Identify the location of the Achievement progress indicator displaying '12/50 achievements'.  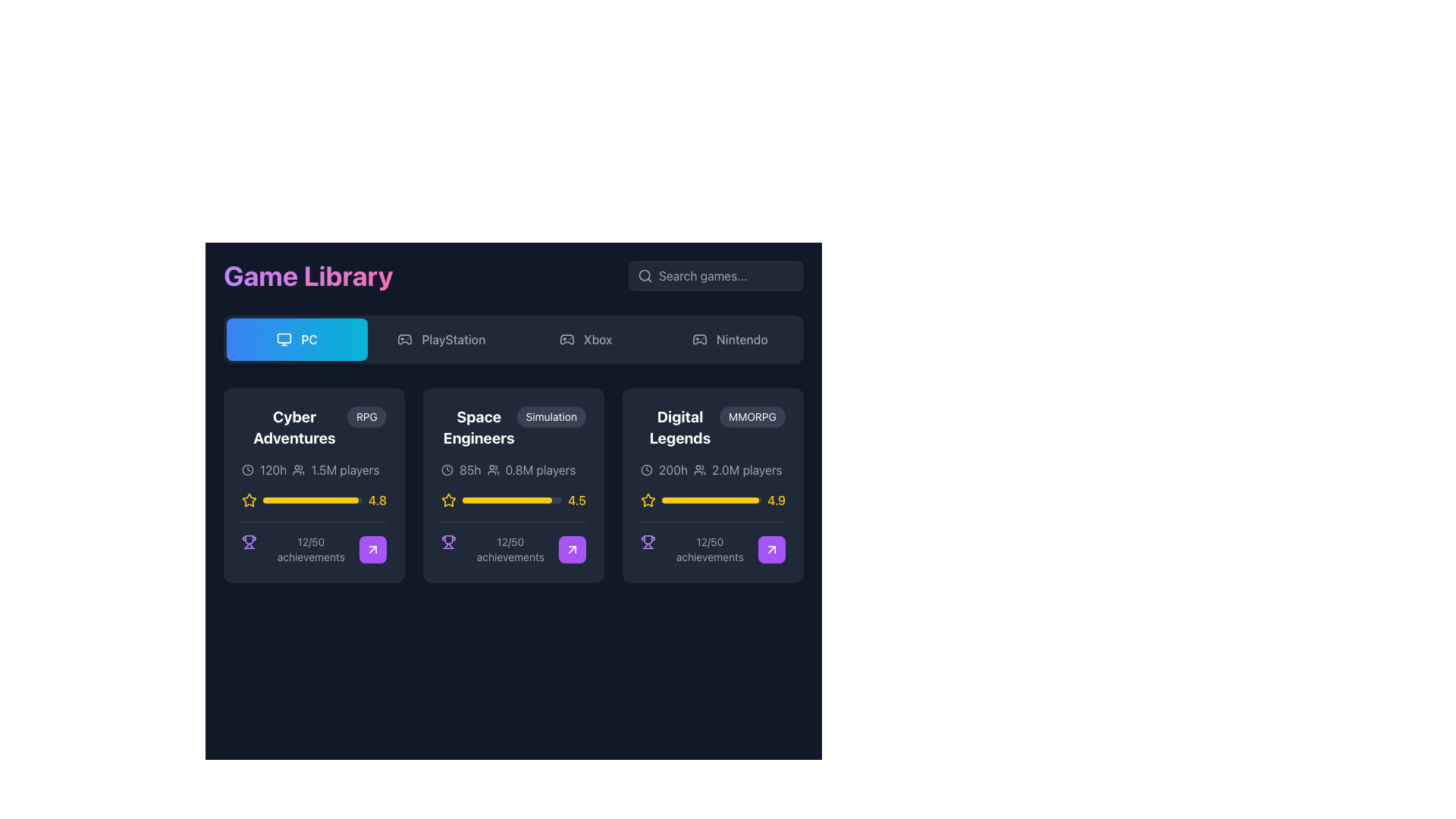
(513, 542).